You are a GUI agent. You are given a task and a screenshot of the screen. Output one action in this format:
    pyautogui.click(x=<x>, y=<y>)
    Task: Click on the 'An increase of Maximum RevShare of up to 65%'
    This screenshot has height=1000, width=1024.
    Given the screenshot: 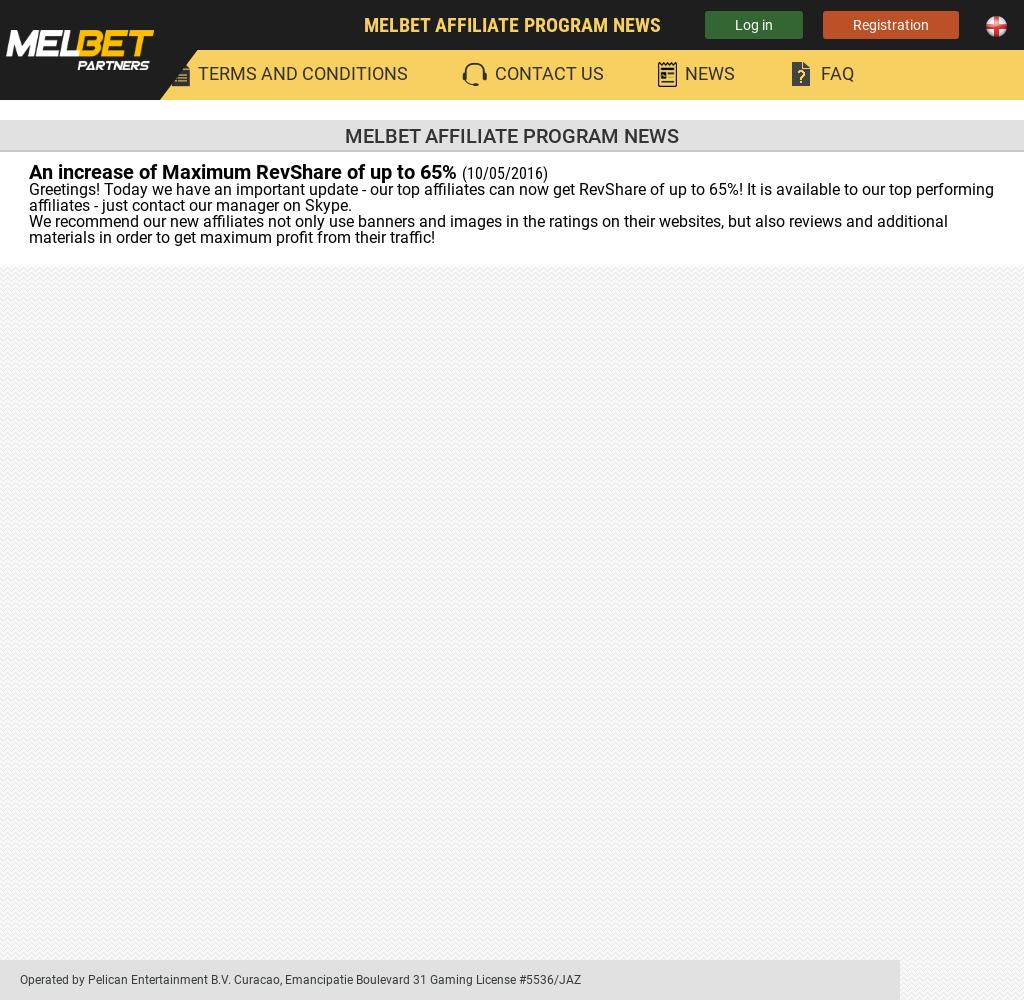 What is the action you would take?
    pyautogui.click(x=244, y=172)
    